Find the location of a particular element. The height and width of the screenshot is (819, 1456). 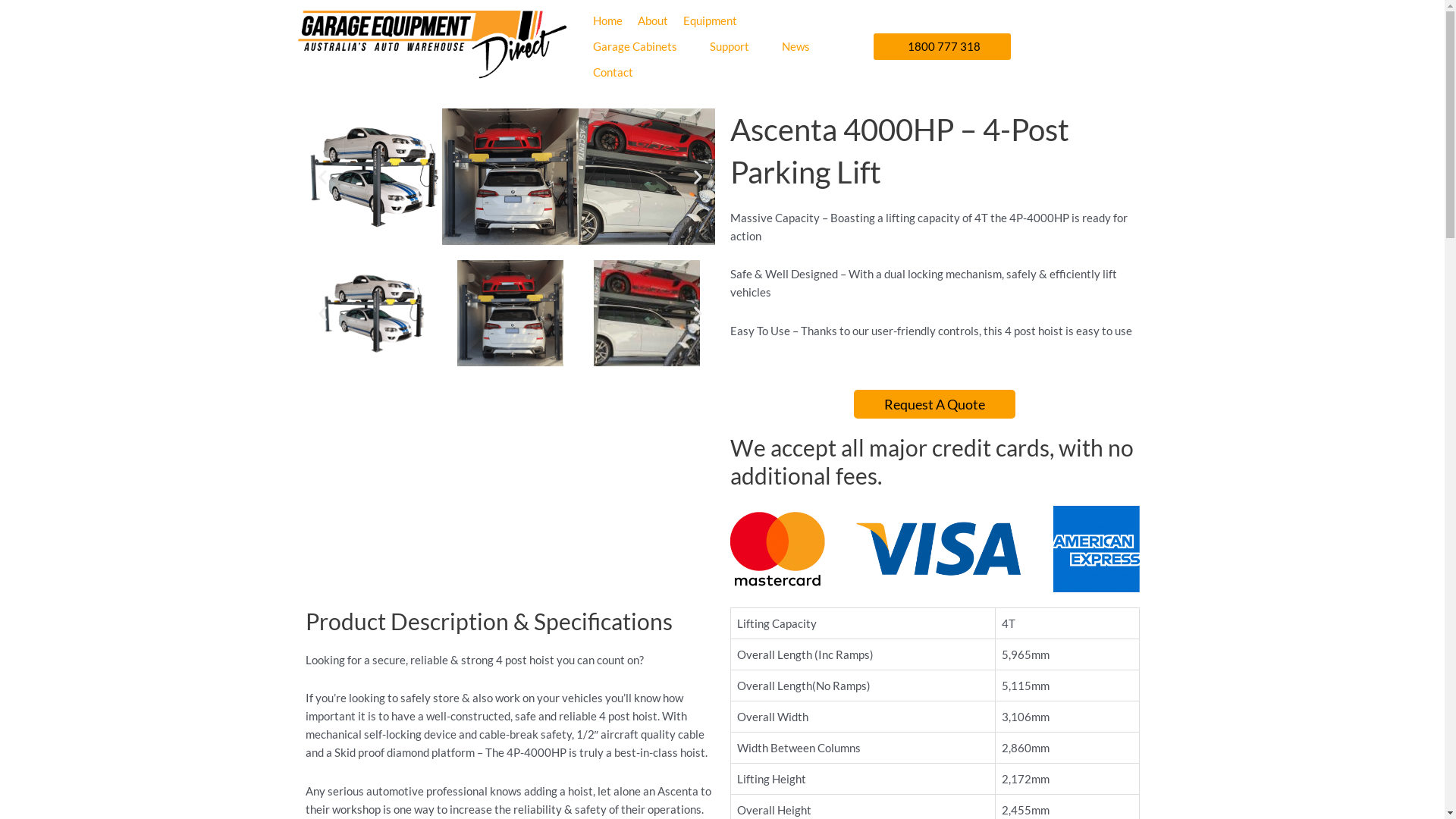

'Support' is located at coordinates (729, 45).